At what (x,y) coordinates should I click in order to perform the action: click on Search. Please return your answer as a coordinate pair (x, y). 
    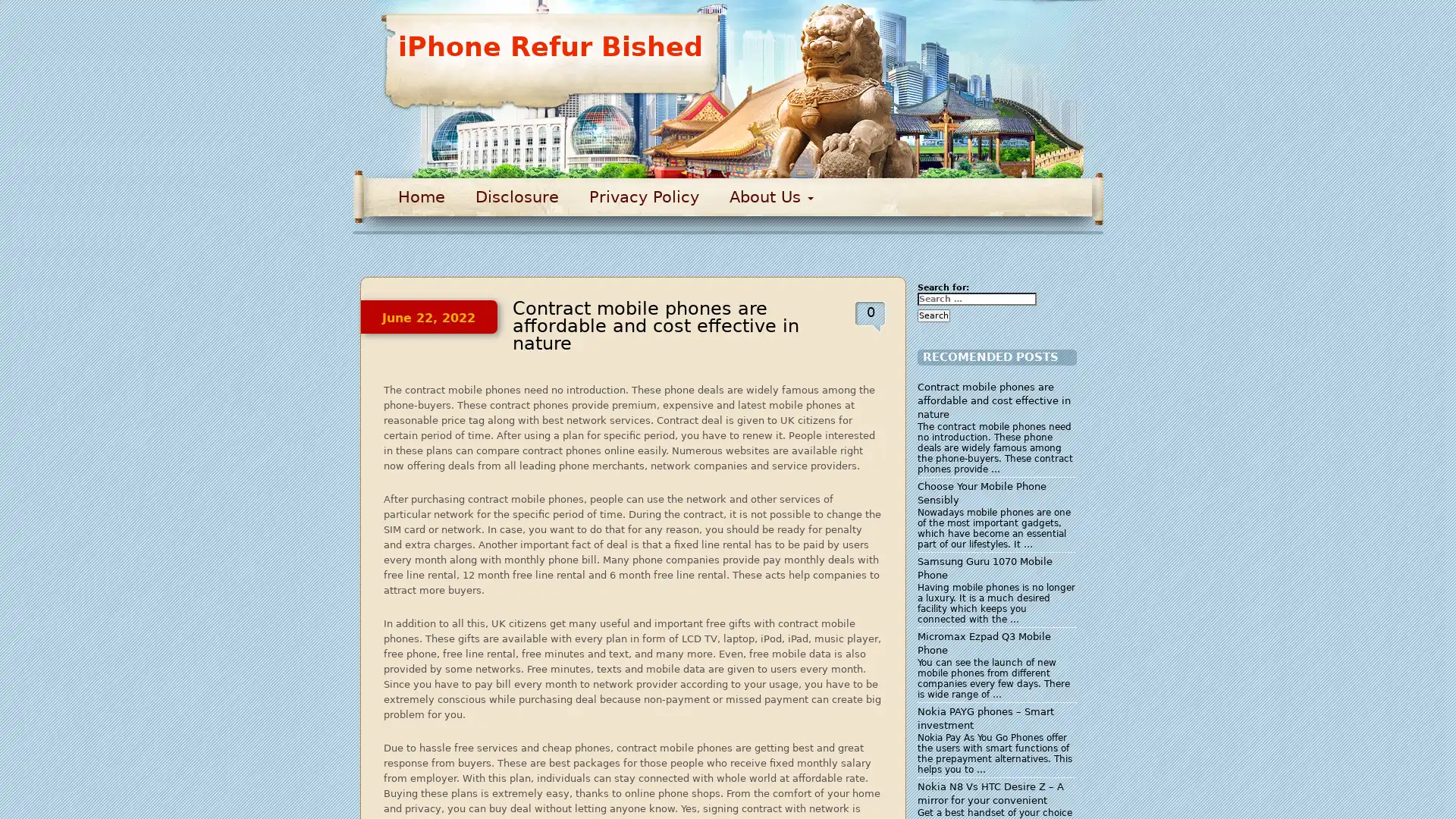
    Looking at the image, I should click on (933, 315).